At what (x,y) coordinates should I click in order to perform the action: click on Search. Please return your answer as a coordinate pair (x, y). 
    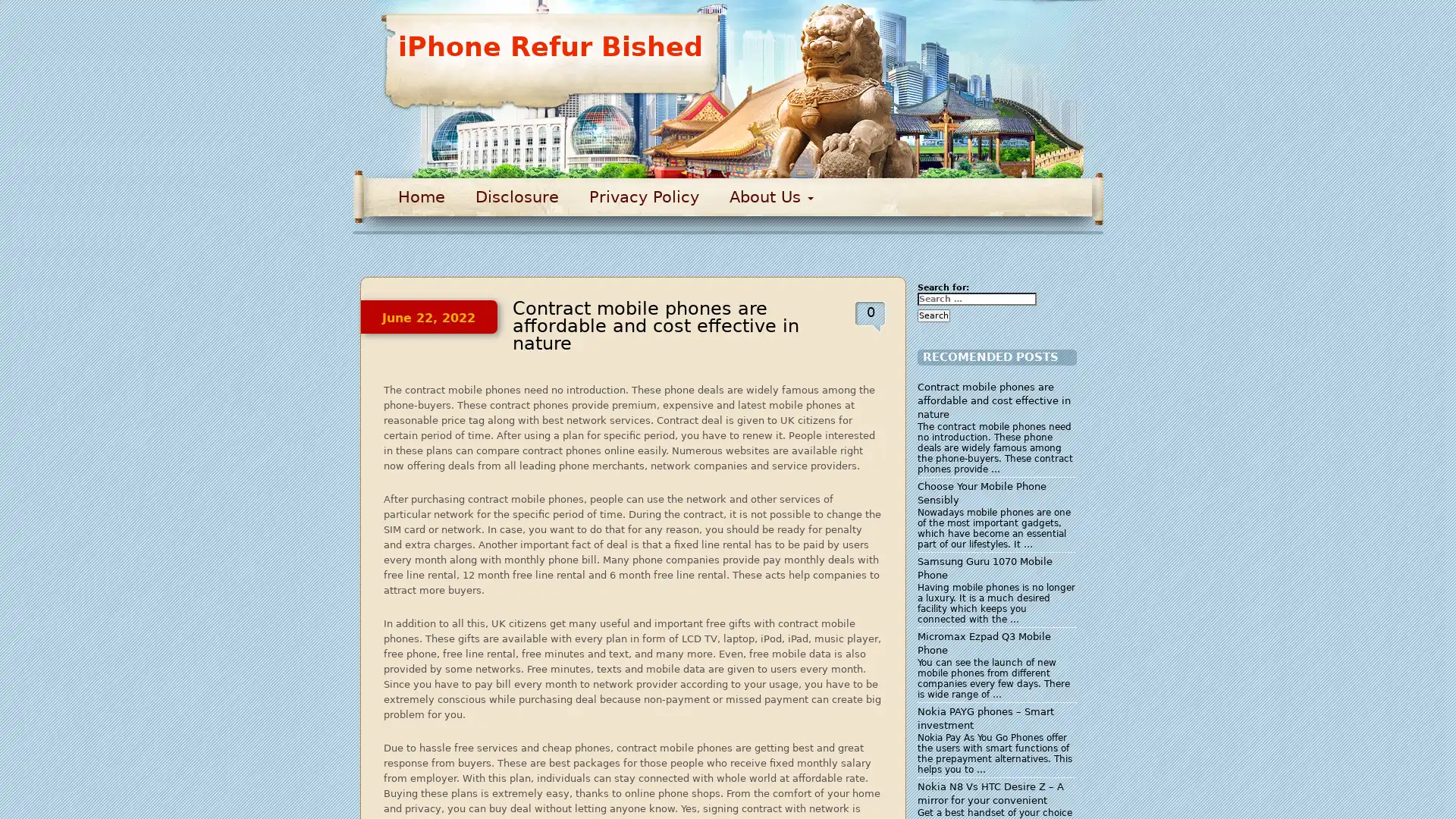
    Looking at the image, I should click on (933, 315).